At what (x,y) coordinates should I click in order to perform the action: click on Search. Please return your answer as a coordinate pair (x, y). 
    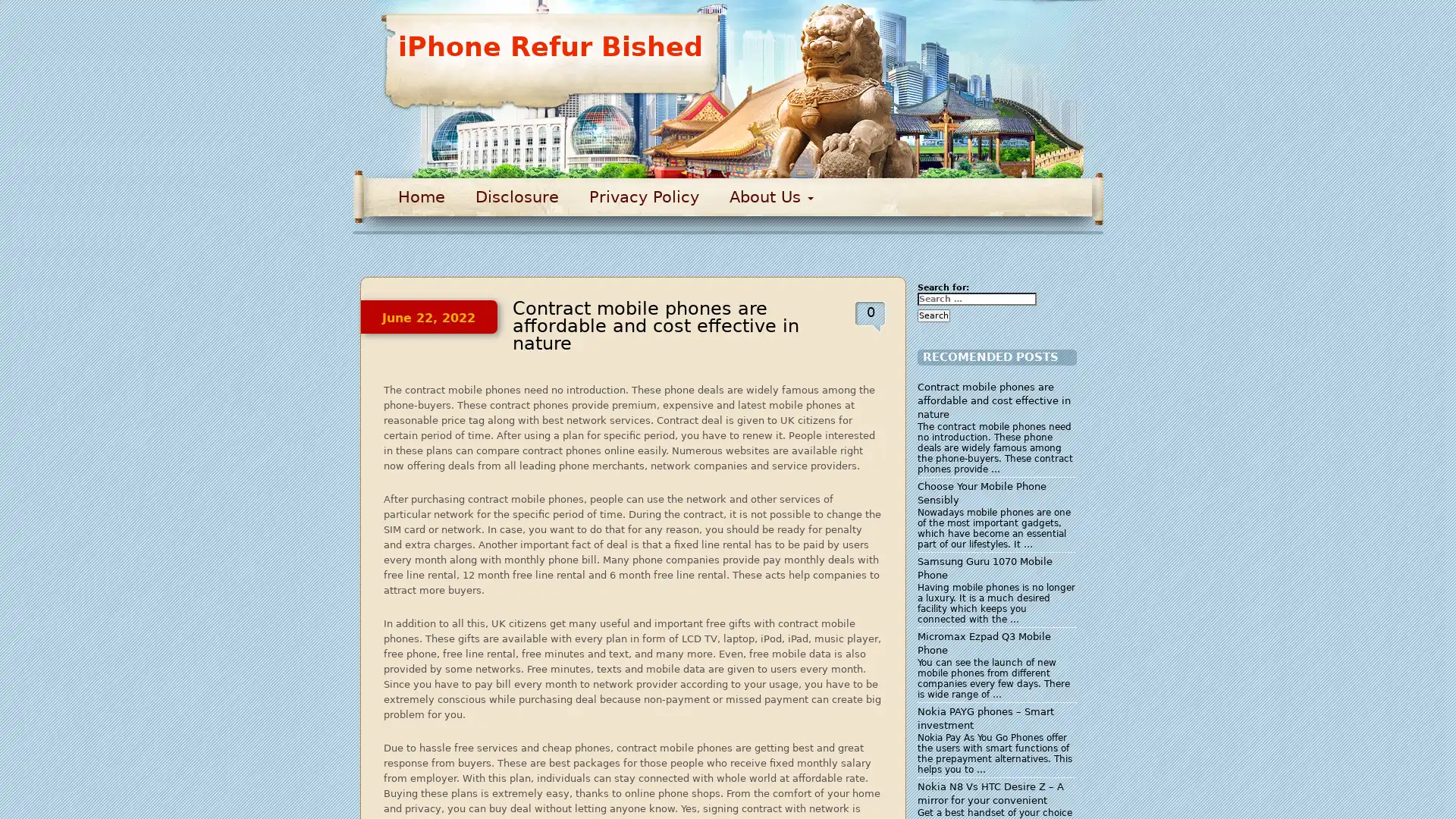
    Looking at the image, I should click on (933, 315).